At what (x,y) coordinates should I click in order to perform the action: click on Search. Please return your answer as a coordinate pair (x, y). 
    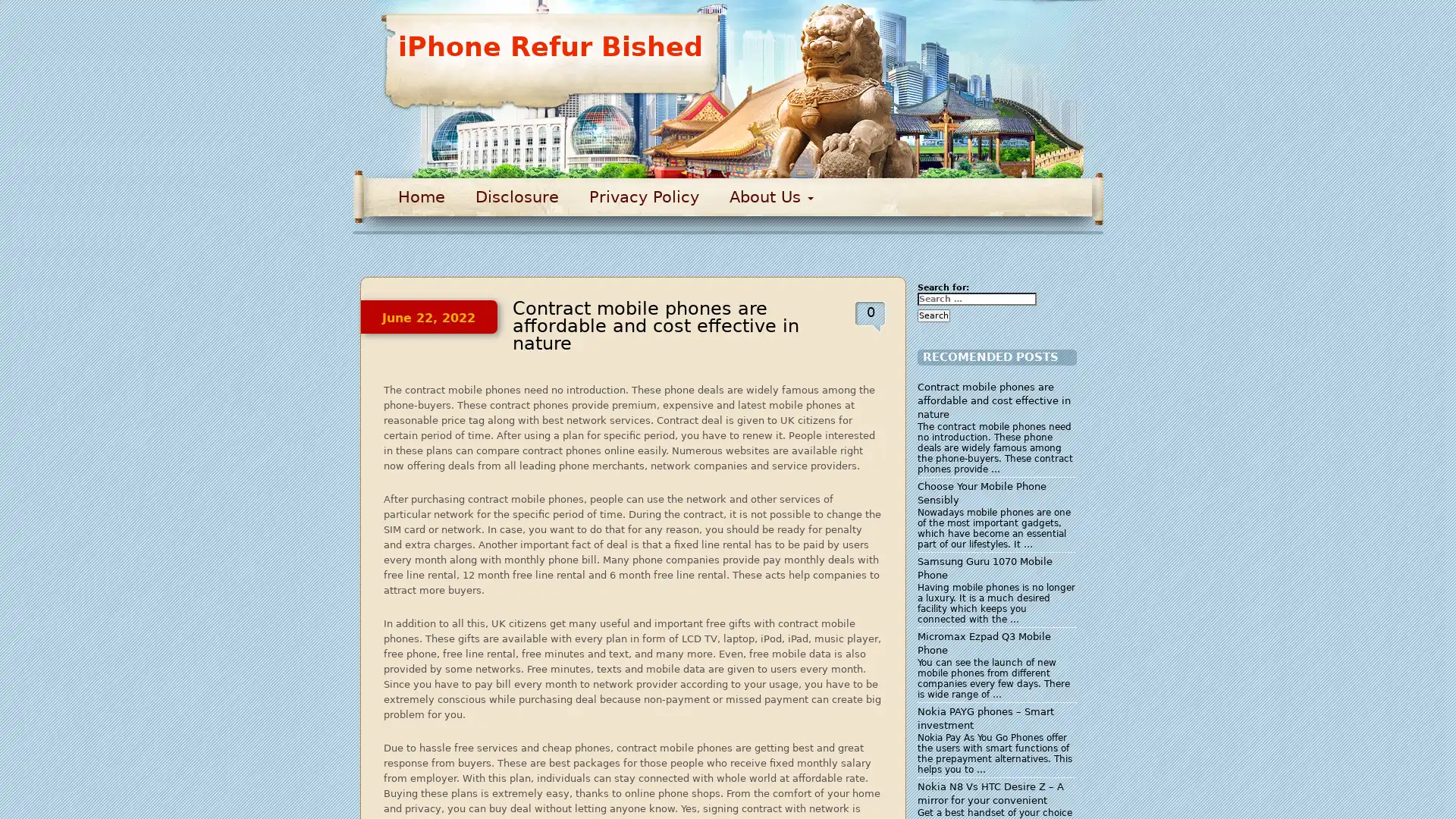
    Looking at the image, I should click on (933, 315).